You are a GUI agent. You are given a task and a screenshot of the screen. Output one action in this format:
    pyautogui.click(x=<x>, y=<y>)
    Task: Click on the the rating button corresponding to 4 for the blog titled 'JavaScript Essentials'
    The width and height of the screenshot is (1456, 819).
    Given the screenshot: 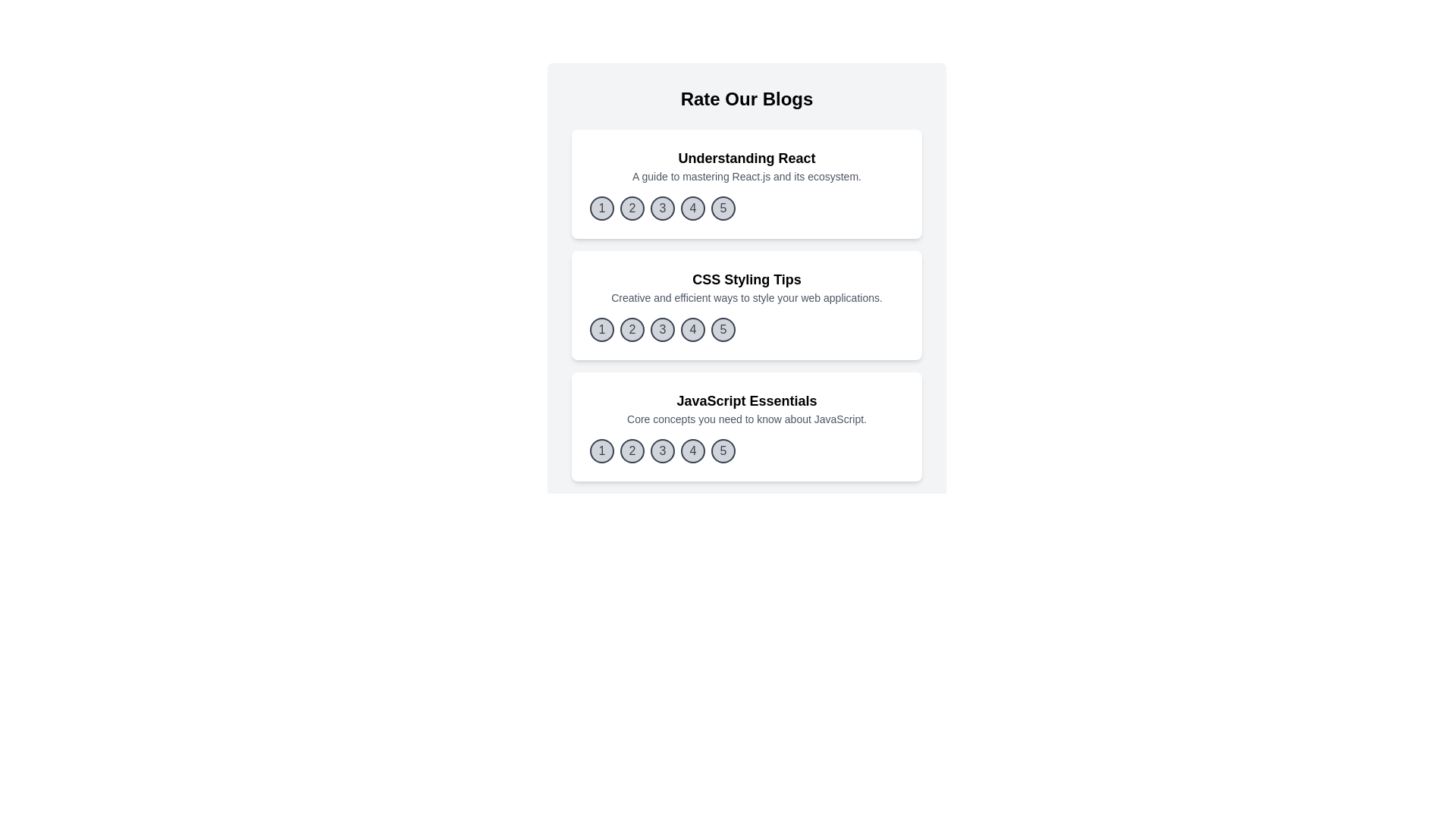 What is the action you would take?
    pyautogui.click(x=692, y=450)
    